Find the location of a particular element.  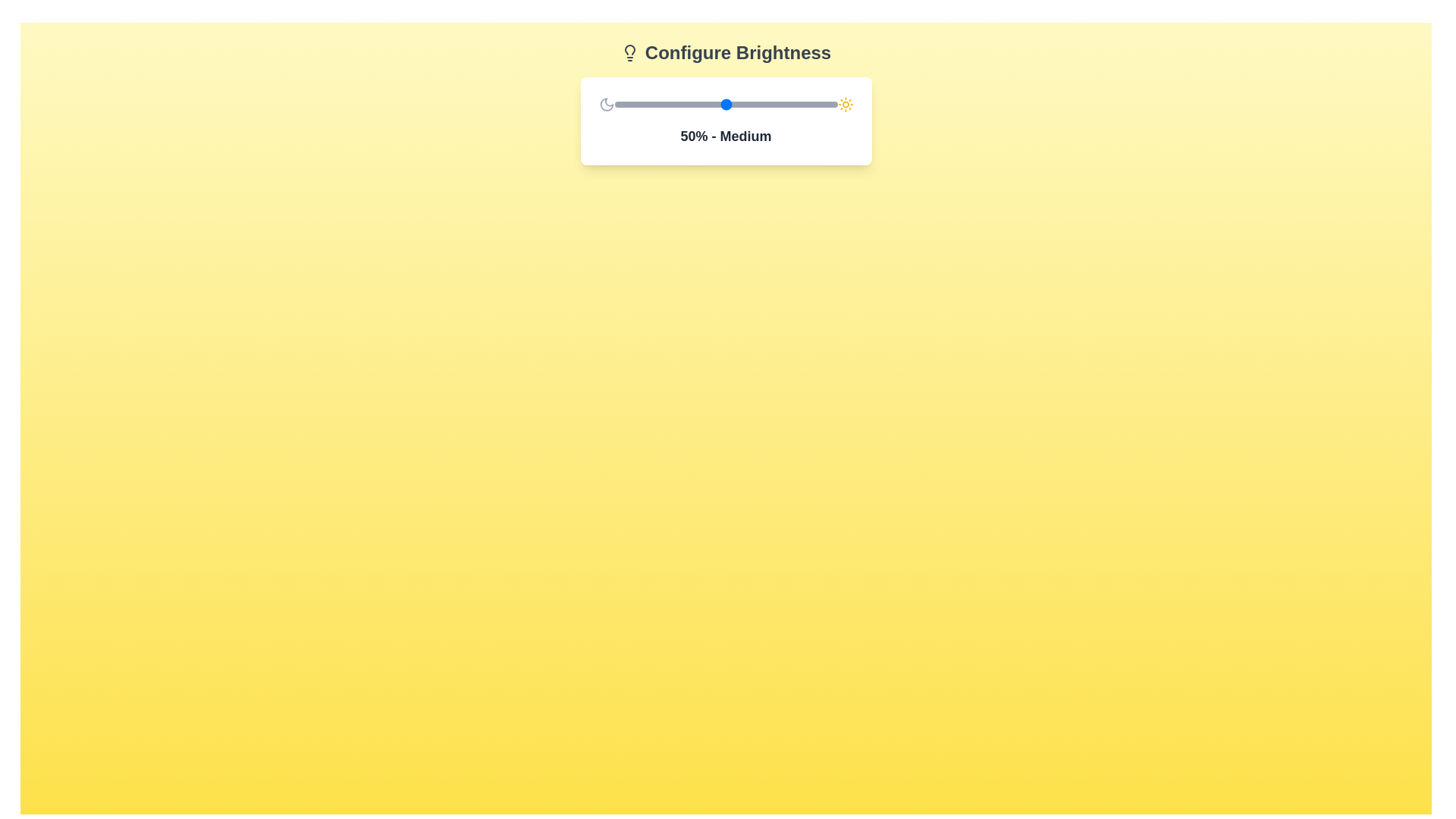

the brightness slider to 10% is located at coordinates (636, 104).